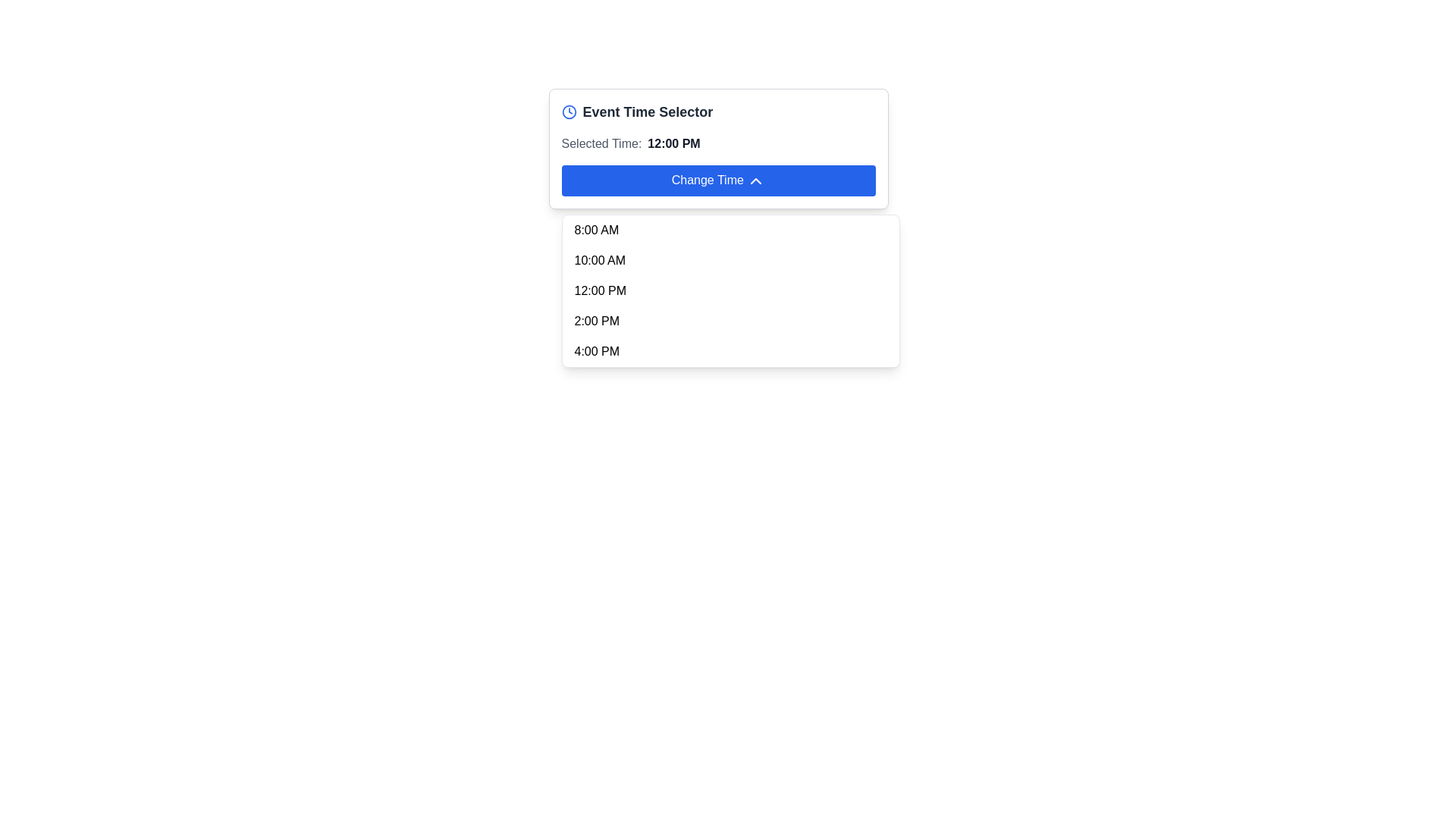 The height and width of the screenshot is (819, 1456). Describe the element at coordinates (717, 180) in the screenshot. I see `the button that toggles the visibility of the dropdown list containing time options located in the 'Event Time Selector' section, positioned below the 'Selected Time' text` at that location.